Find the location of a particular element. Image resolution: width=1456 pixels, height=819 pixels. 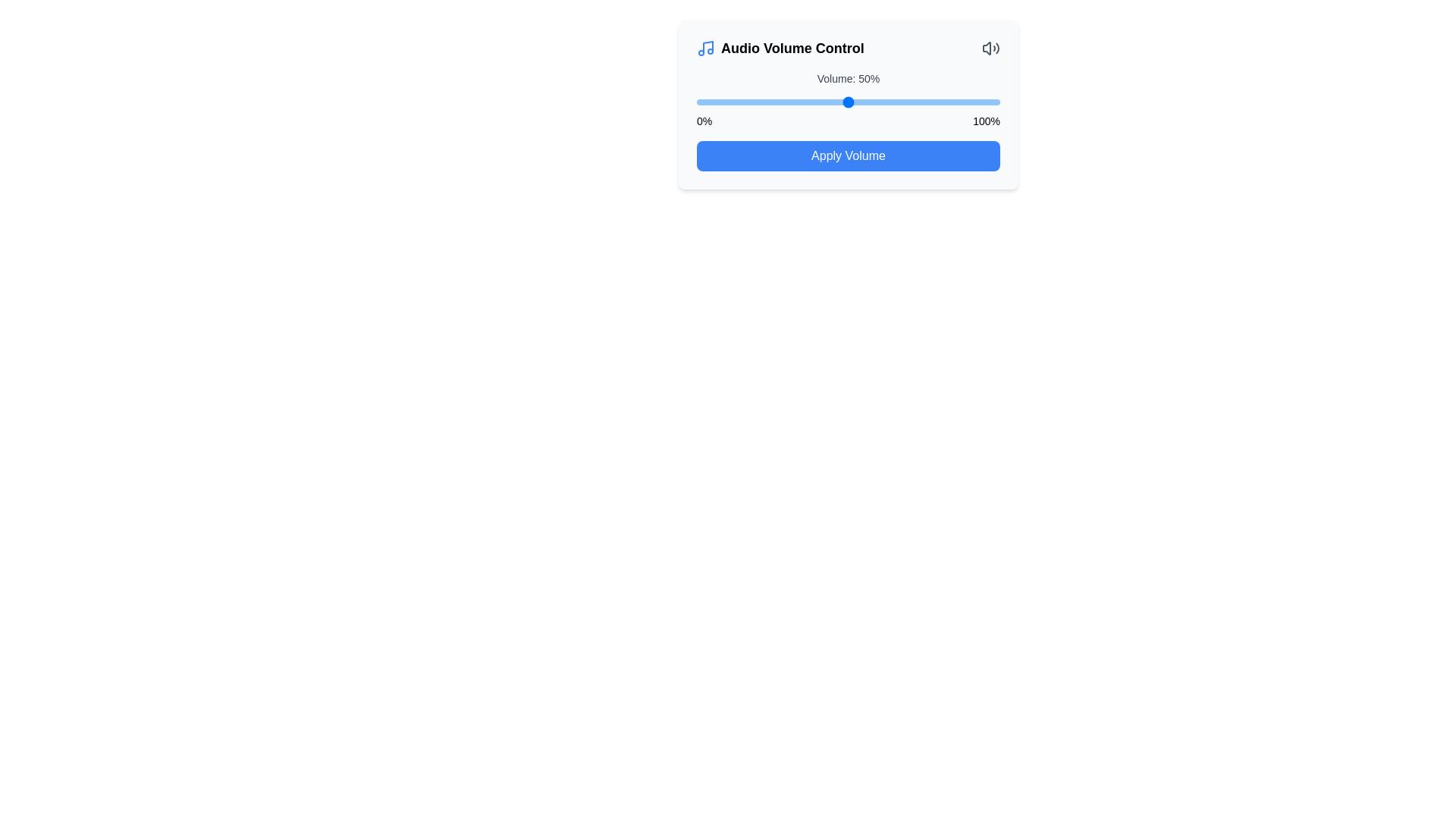

the static informational text that indicates the minimum ('0%') and maximum ('100%') values of the volume range, located below the volume slider labeled 'Volume: 50%' is located at coordinates (847, 120).